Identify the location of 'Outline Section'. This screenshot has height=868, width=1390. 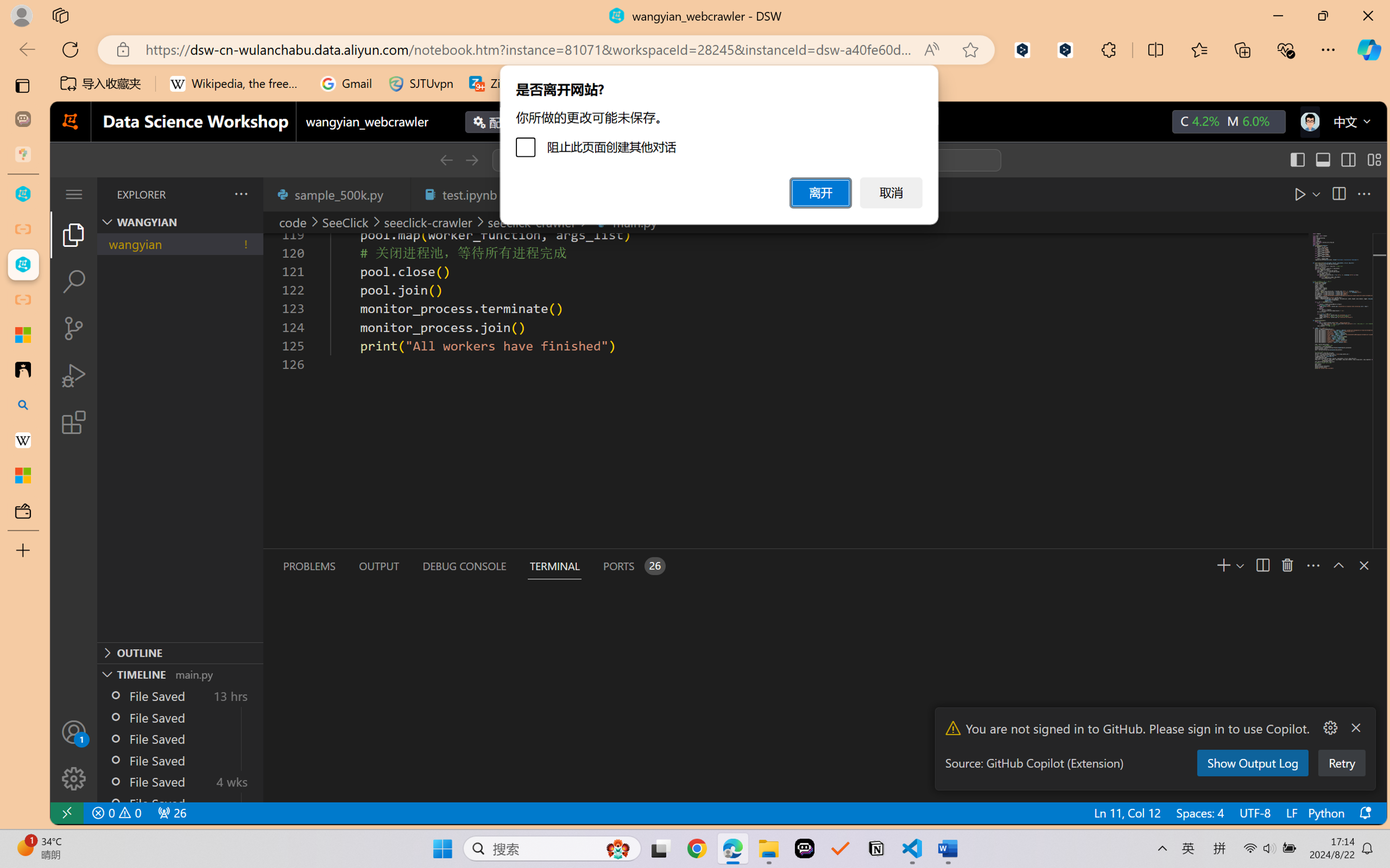
(180, 652).